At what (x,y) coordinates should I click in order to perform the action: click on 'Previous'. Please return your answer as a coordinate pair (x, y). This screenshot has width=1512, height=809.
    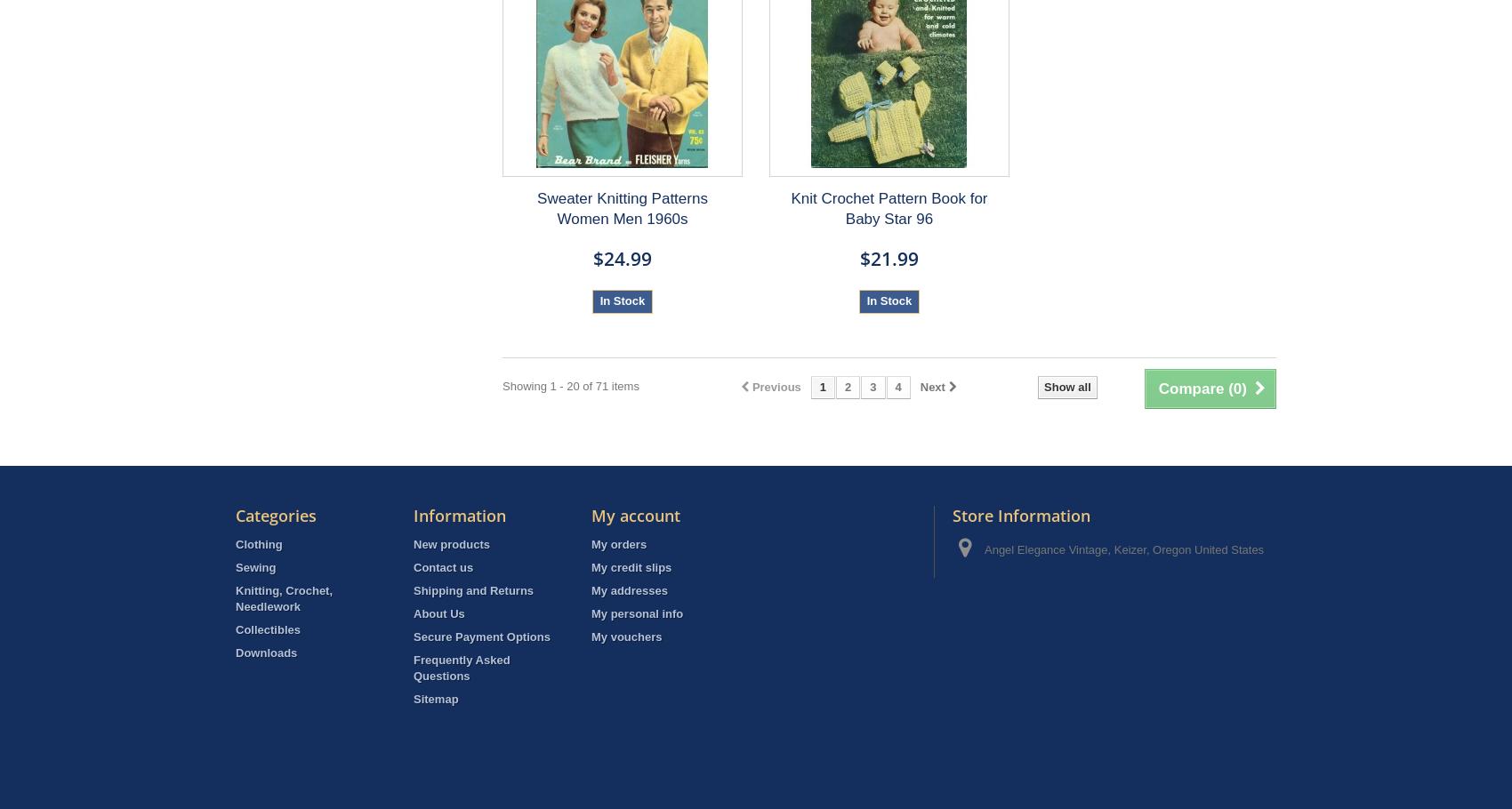
    Looking at the image, I should click on (776, 386).